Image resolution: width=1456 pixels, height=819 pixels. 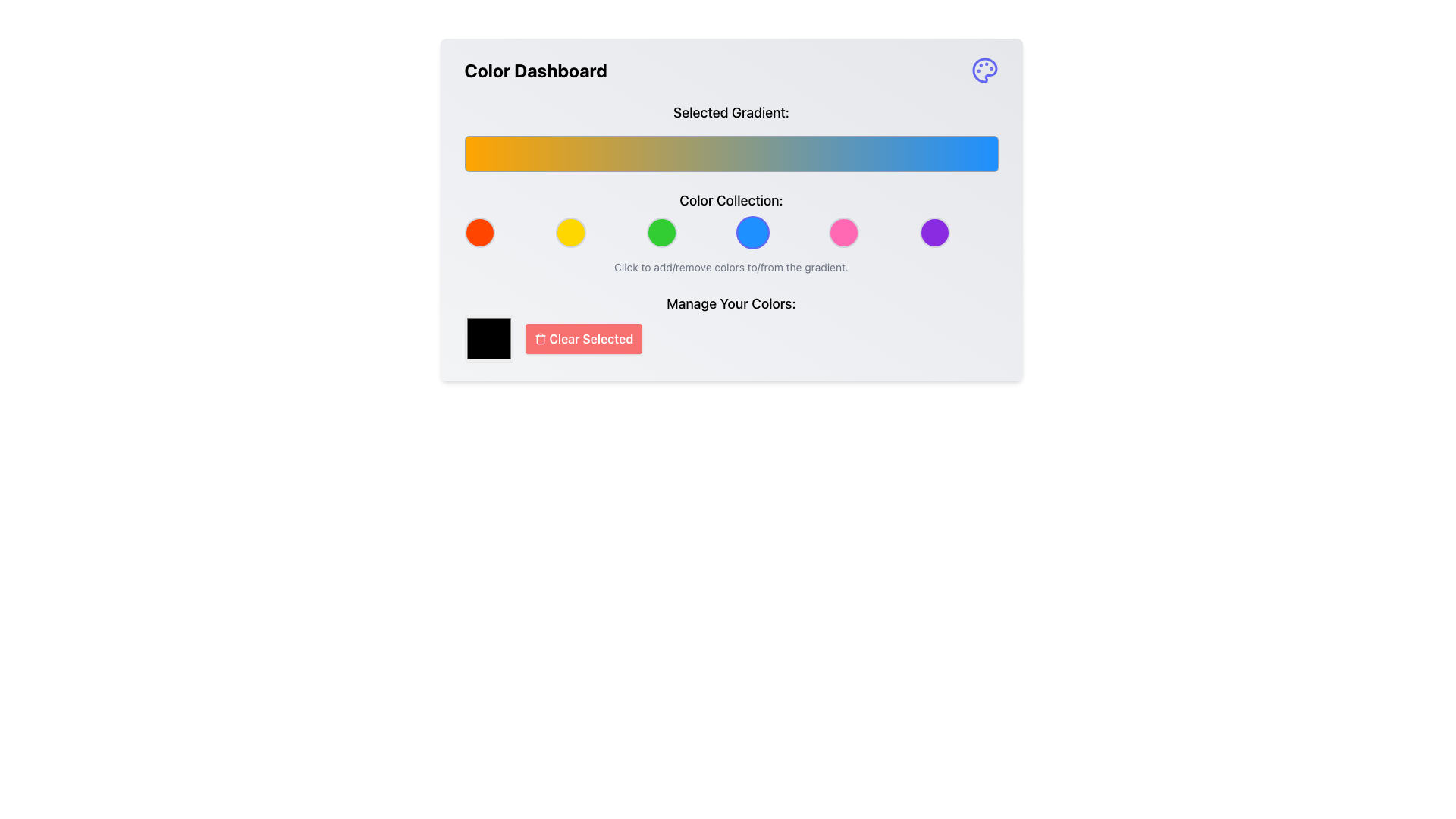 I want to click on the gradient displayed in the Gradient Display Section, which is located immediately below the heading 'Selected Gradient:' and visually indicates the selected gradient color scheme, so click(x=731, y=137).